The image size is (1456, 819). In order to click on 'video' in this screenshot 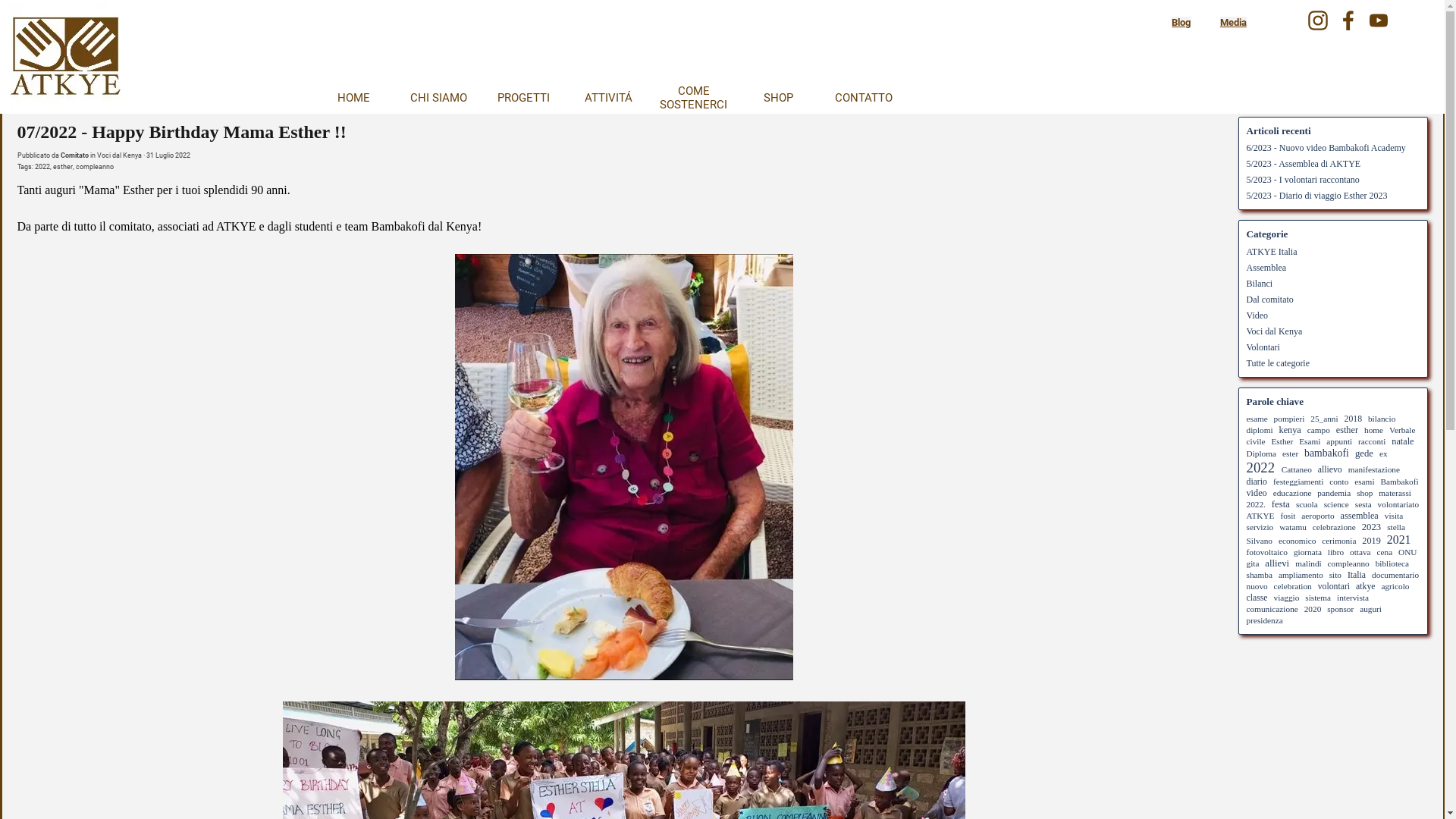, I will do `click(1257, 493)`.